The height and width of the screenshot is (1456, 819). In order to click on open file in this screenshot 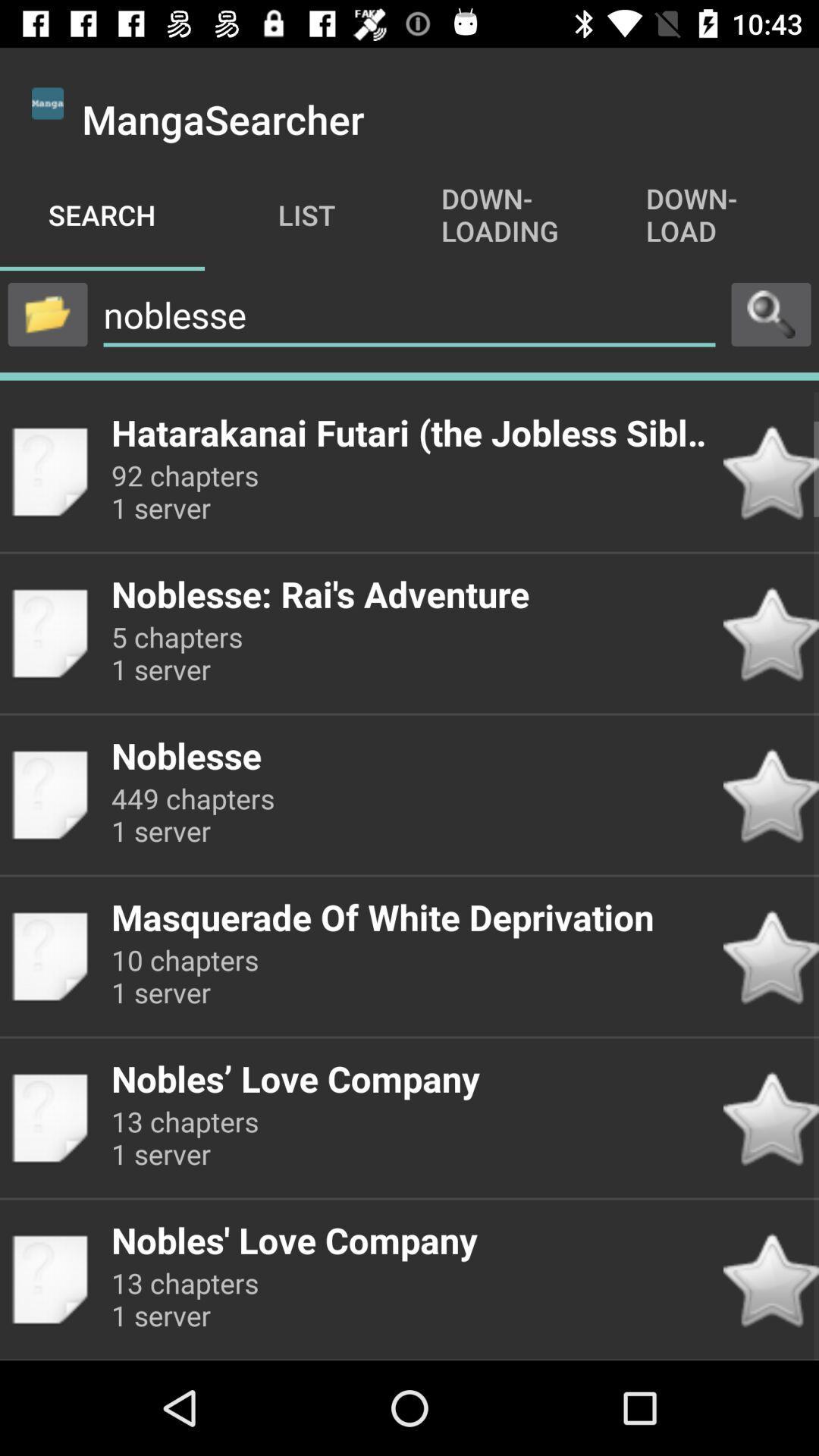, I will do `click(46, 313)`.